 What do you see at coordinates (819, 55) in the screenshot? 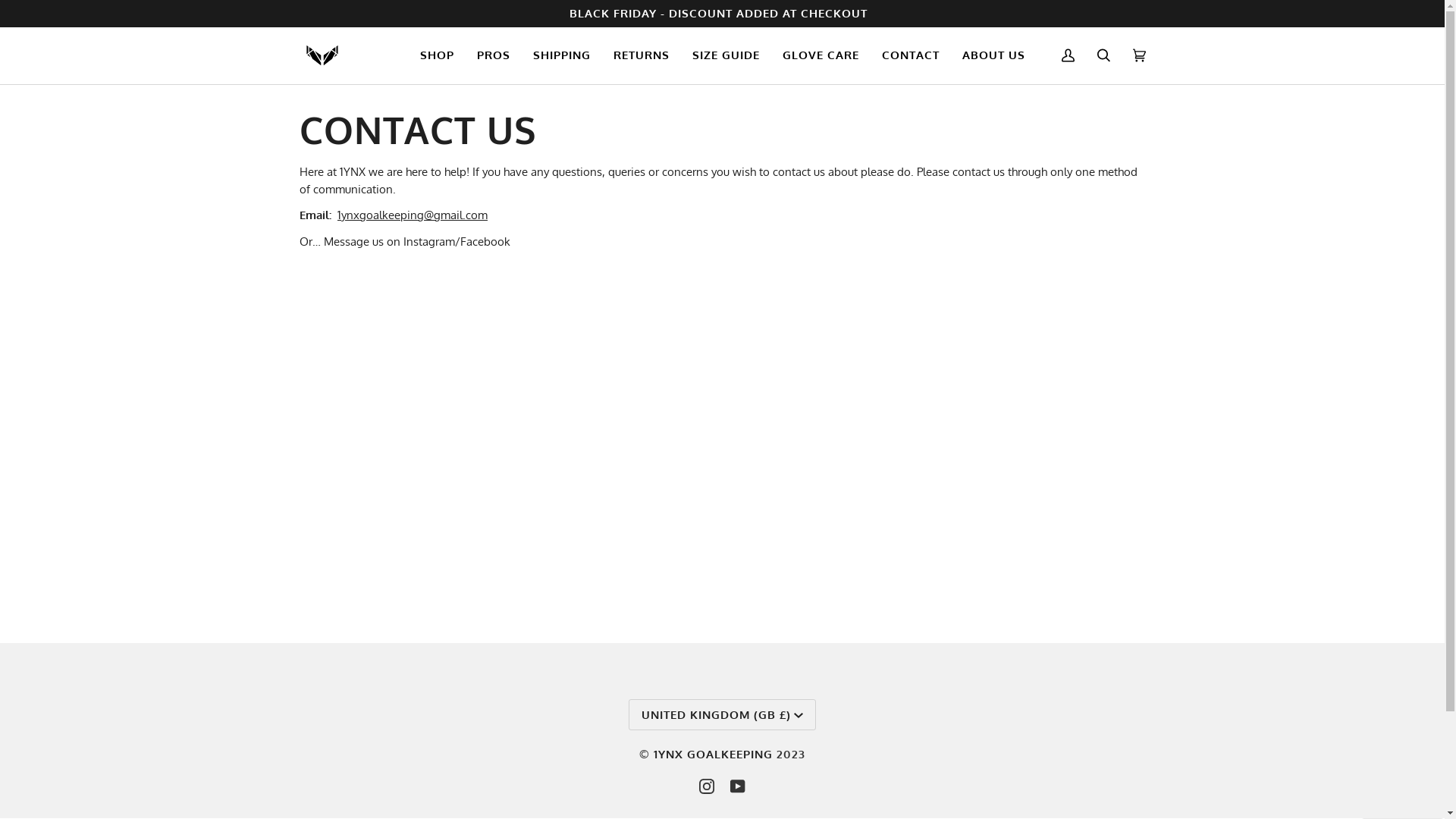
I see `'GLOVE CARE'` at bounding box center [819, 55].